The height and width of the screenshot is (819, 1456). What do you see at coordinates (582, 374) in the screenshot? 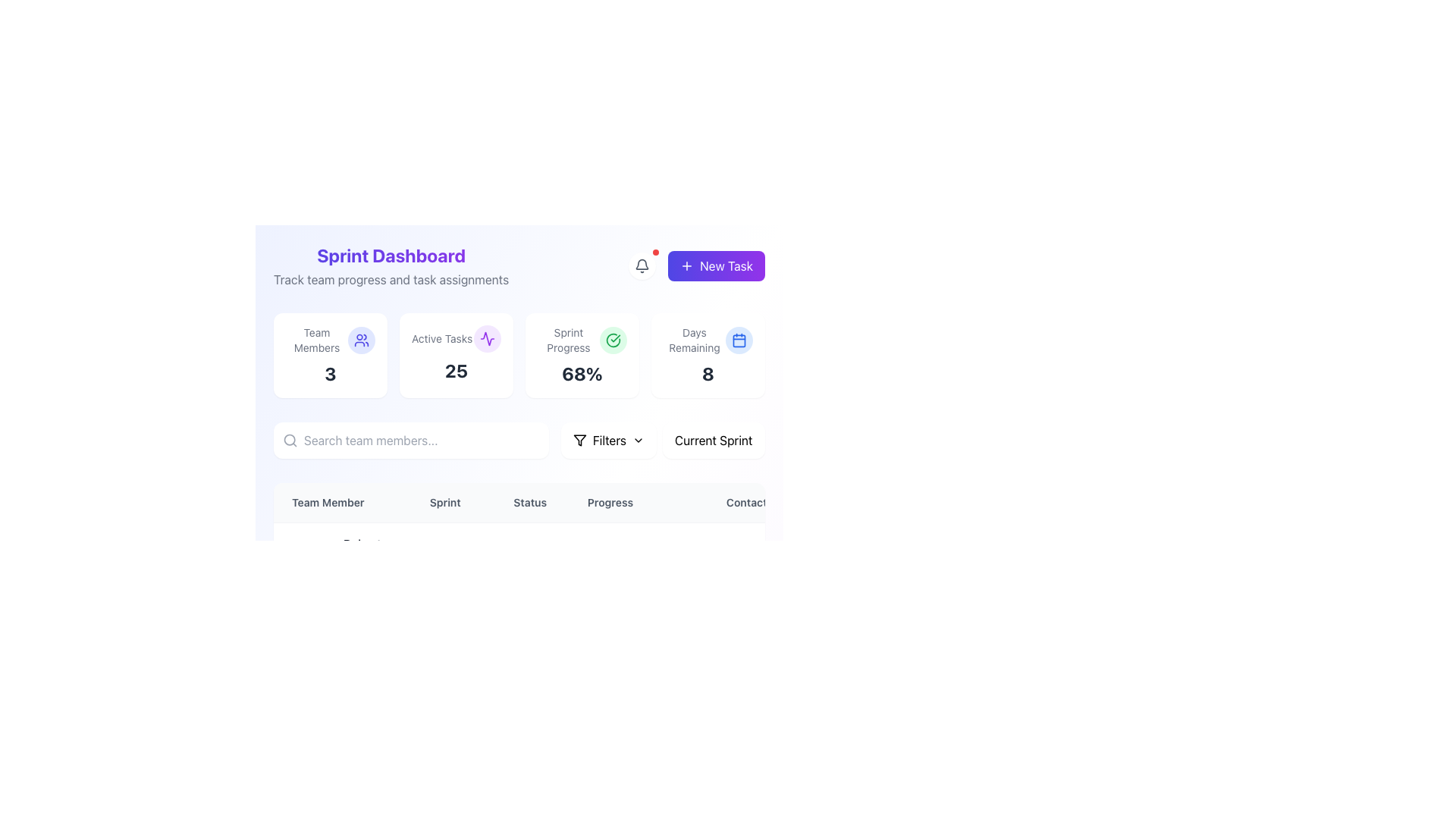
I see `on the Text Display element that shows the current progress of a sprint as a percentage, located under the 'Sprint Progress' title in the third column of the layout` at bounding box center [582, 374].